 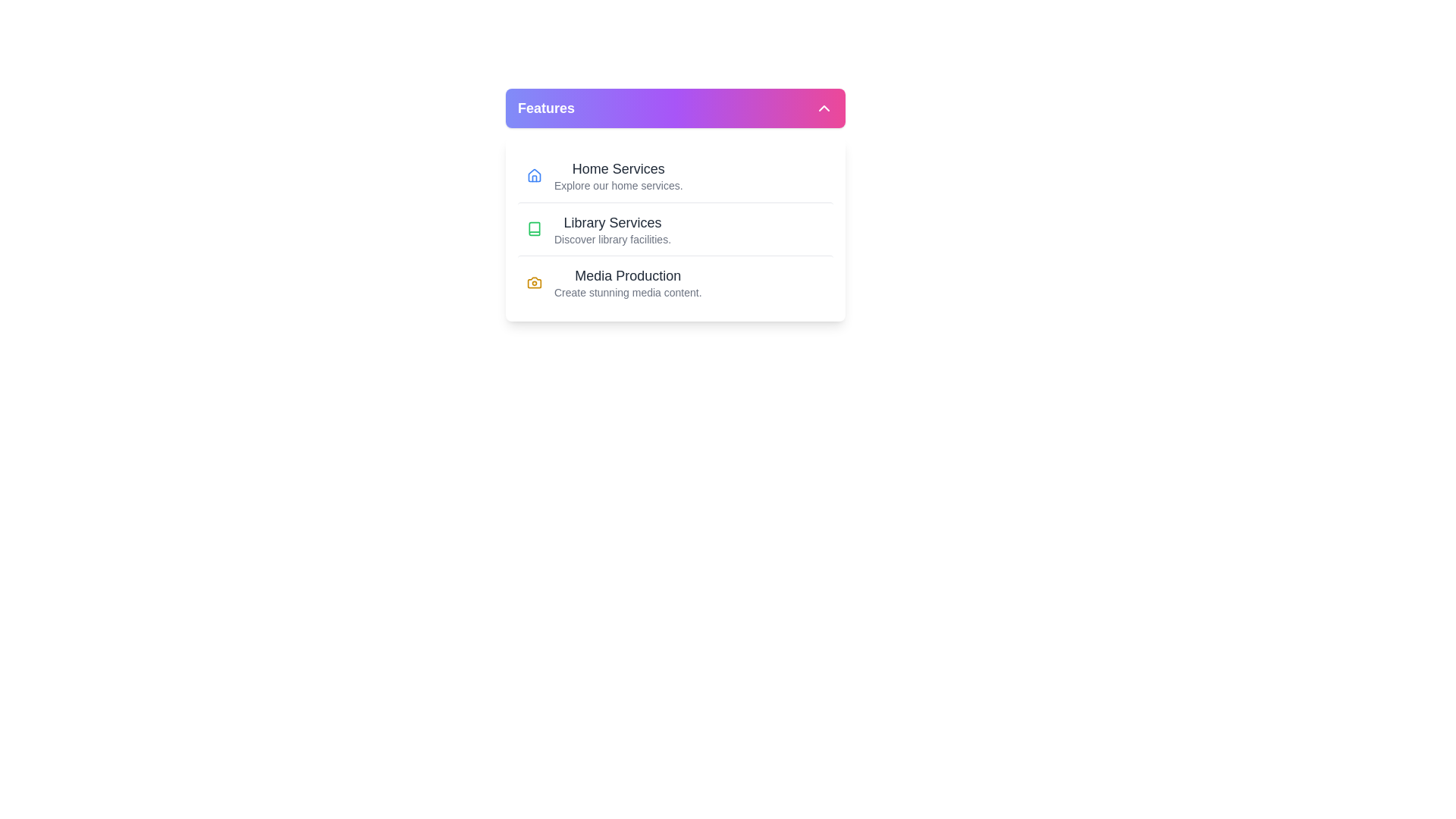 What do you see at coordinates (612, 222) in the screenshot?
I see `the 'Library Services' text label which serves as the title for the second option in a vertical list of services` at bounding box center [612, 222].